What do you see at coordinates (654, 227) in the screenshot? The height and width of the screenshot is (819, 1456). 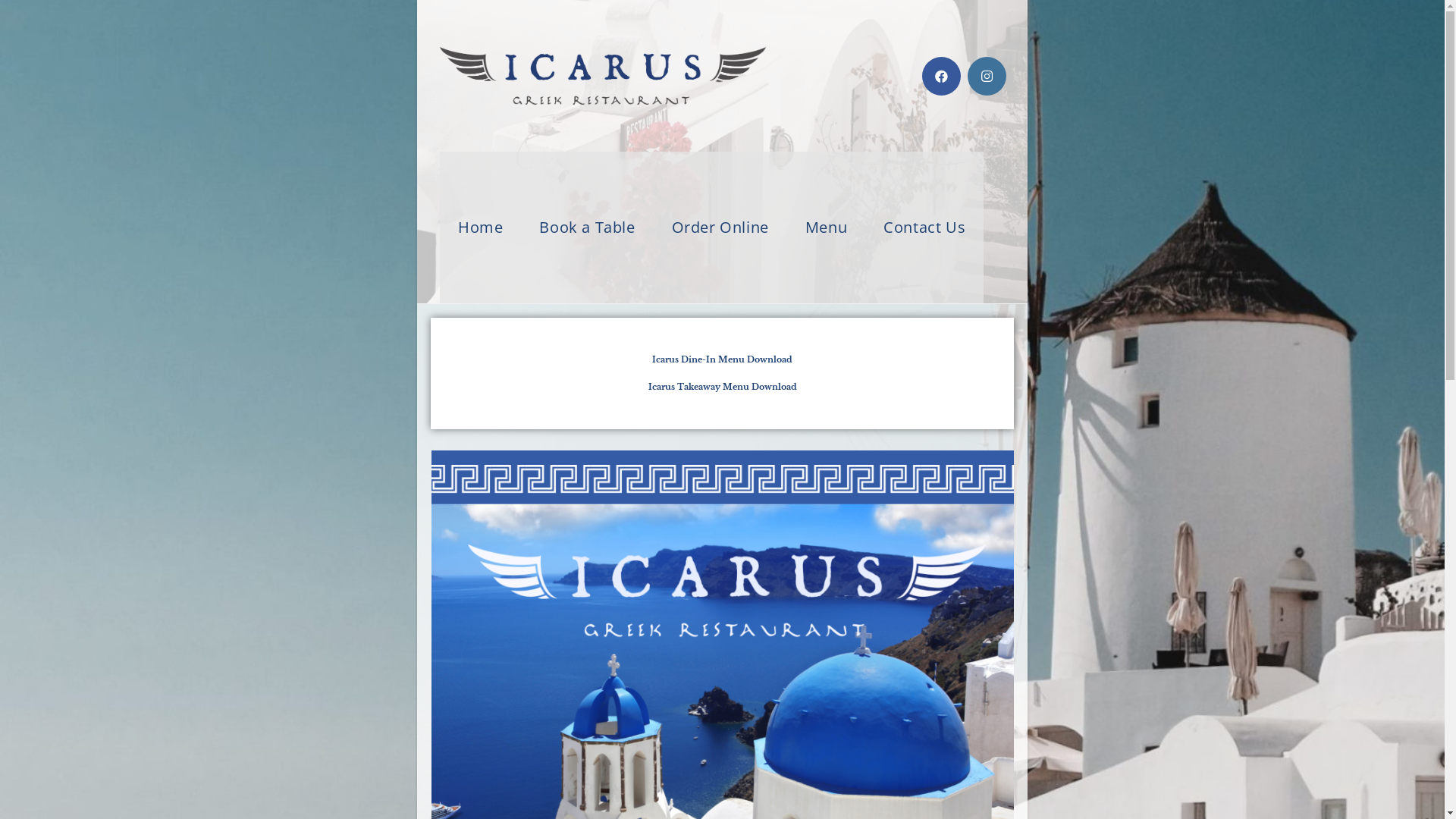 I see `'Order Online'` at bounding box center [654, 227].